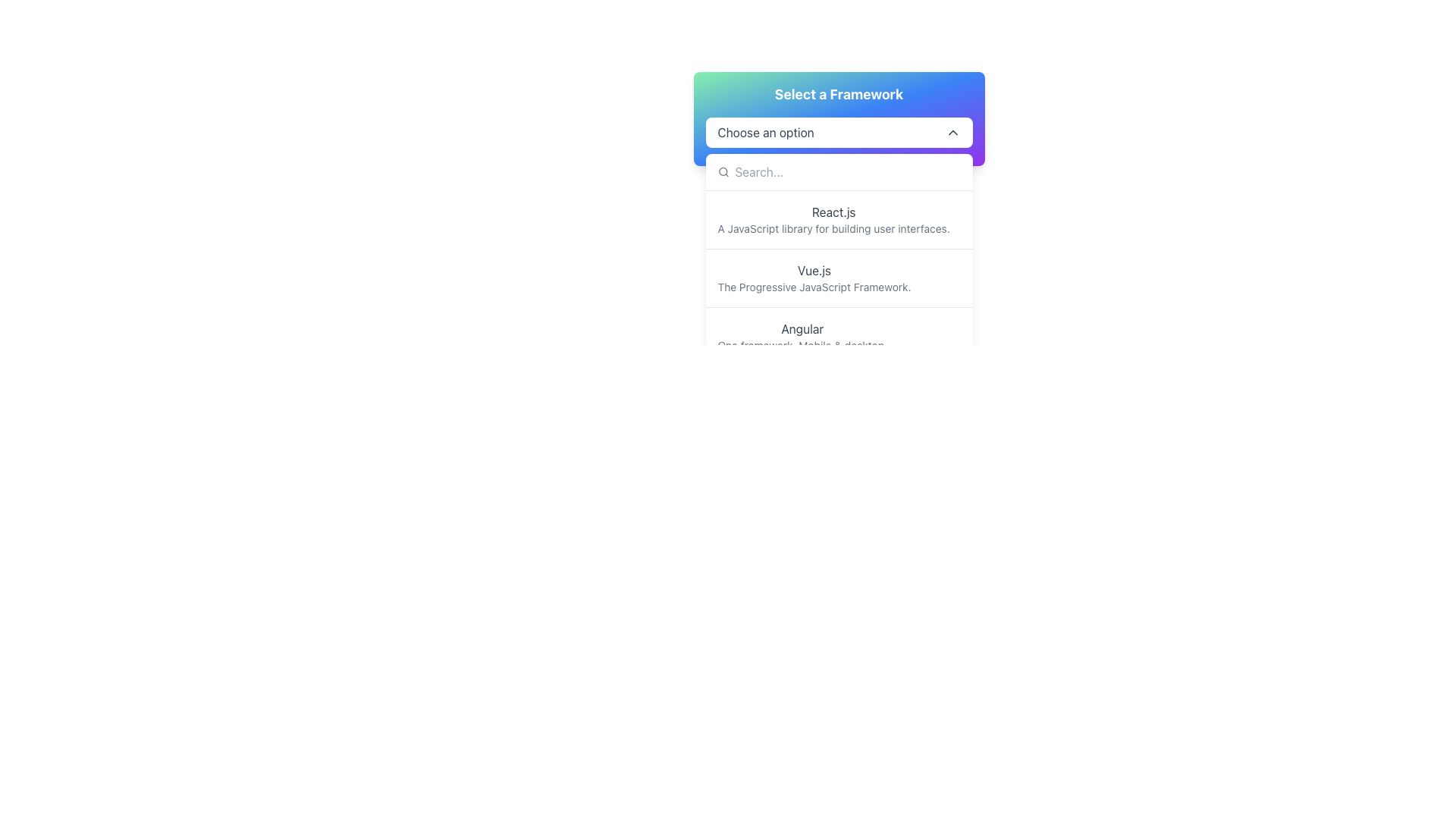 This screenshot has height=819, width=1456. What do you see at coordinates (802, 345) in the screenshot?
I see `the text label displaying 'One framework. Mobile & desktop.' located below the 'Angular' option in the dropdown menu` at bounding box center [802, 345].